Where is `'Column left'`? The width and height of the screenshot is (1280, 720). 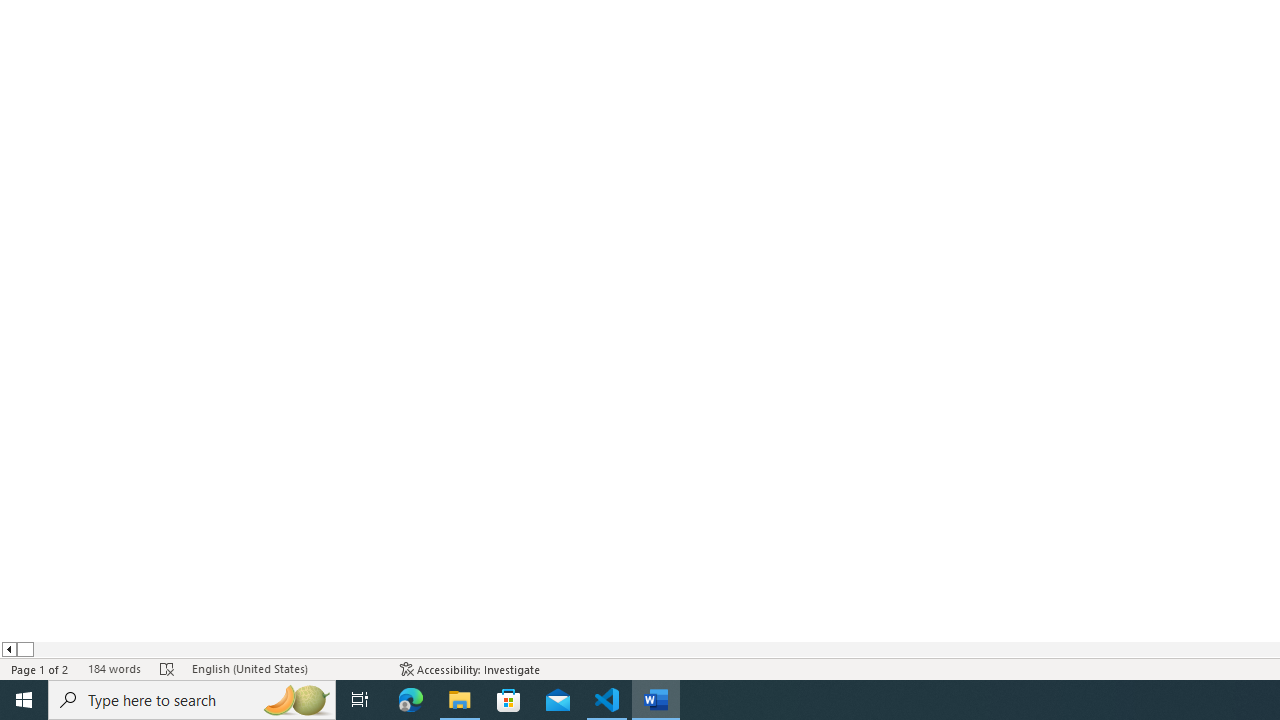
'Column left' is located at coordinates (8, 649).